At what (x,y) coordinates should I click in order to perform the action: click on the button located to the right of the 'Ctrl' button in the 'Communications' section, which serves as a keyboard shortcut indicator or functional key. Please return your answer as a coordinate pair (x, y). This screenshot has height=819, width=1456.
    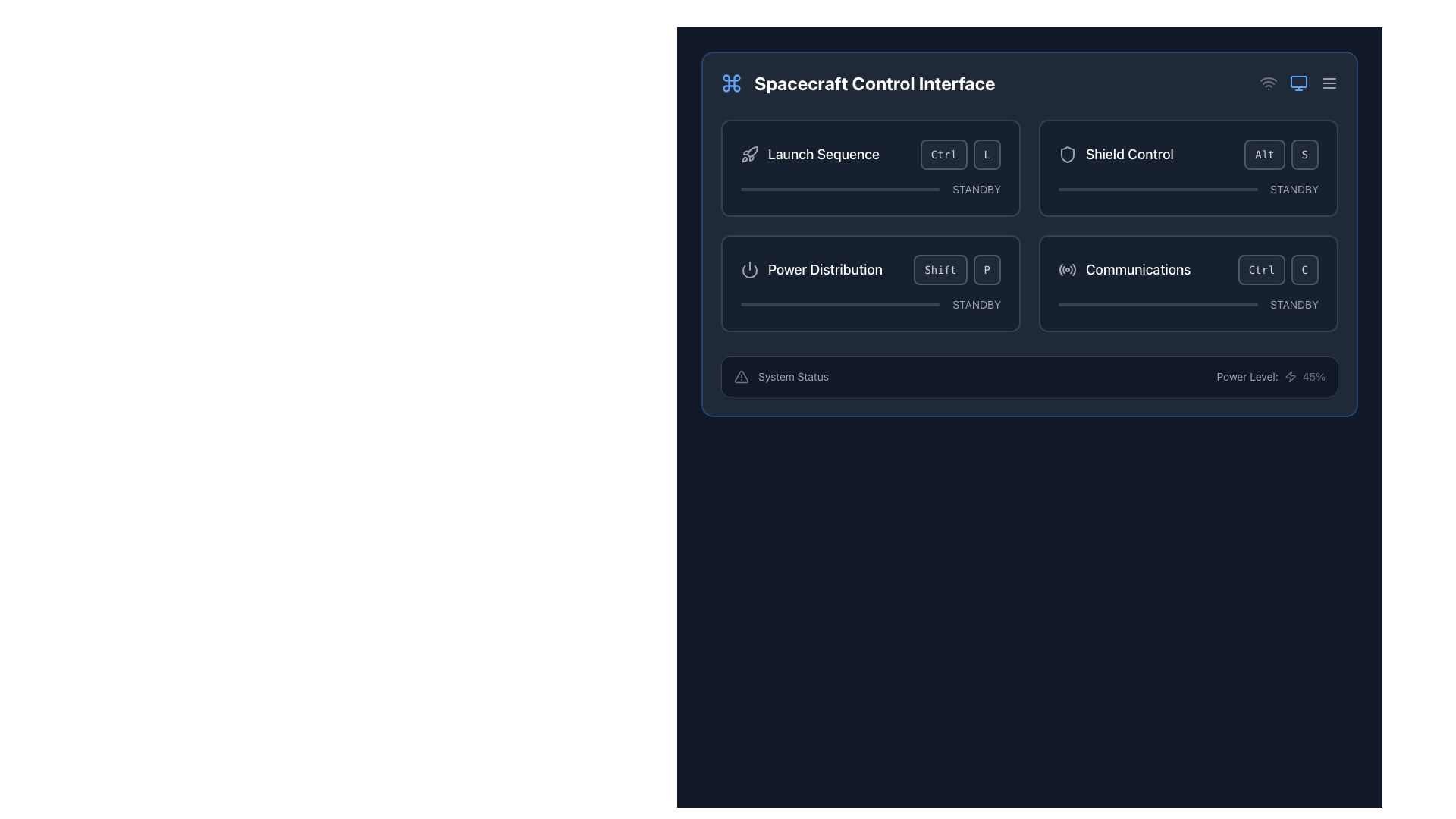
    Looking at the image, I should click on (1304, 268).